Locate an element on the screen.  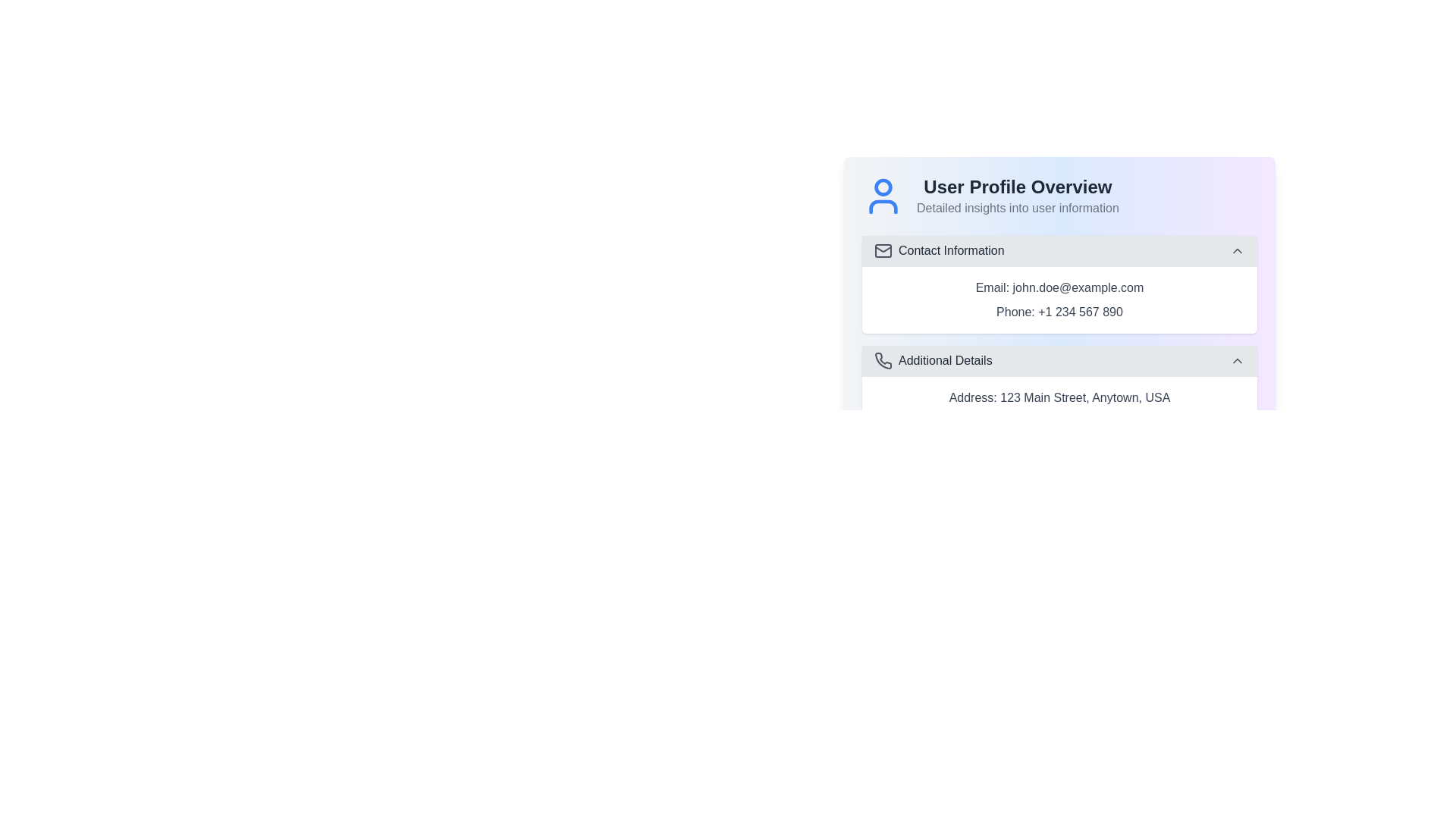
the gray email icon, which is 24x24 pixels in size, located next to the 'Contact Information' text in the 'User Profile Overview' page is located at coordinates (883, 250).